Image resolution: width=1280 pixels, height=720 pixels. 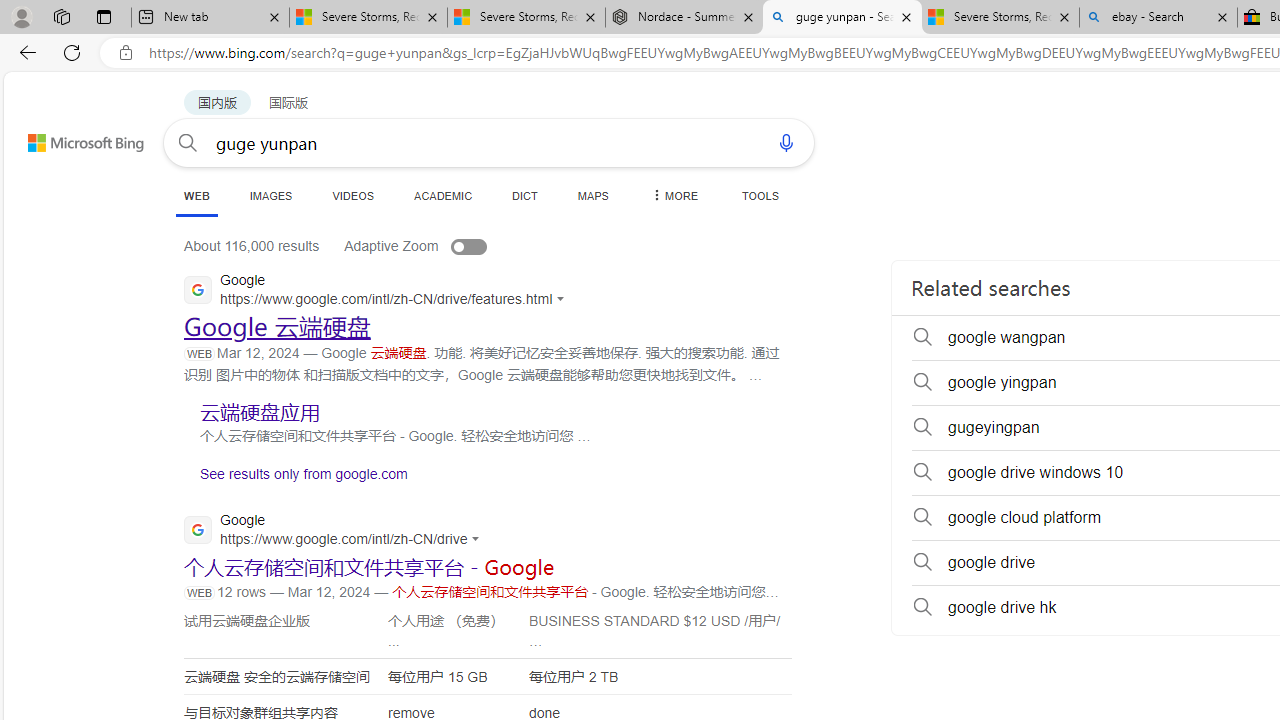 What do you see at coordinates (61, 16) in the screenshot?
I see `'Workspaces'` at bounding box center [61, 16].